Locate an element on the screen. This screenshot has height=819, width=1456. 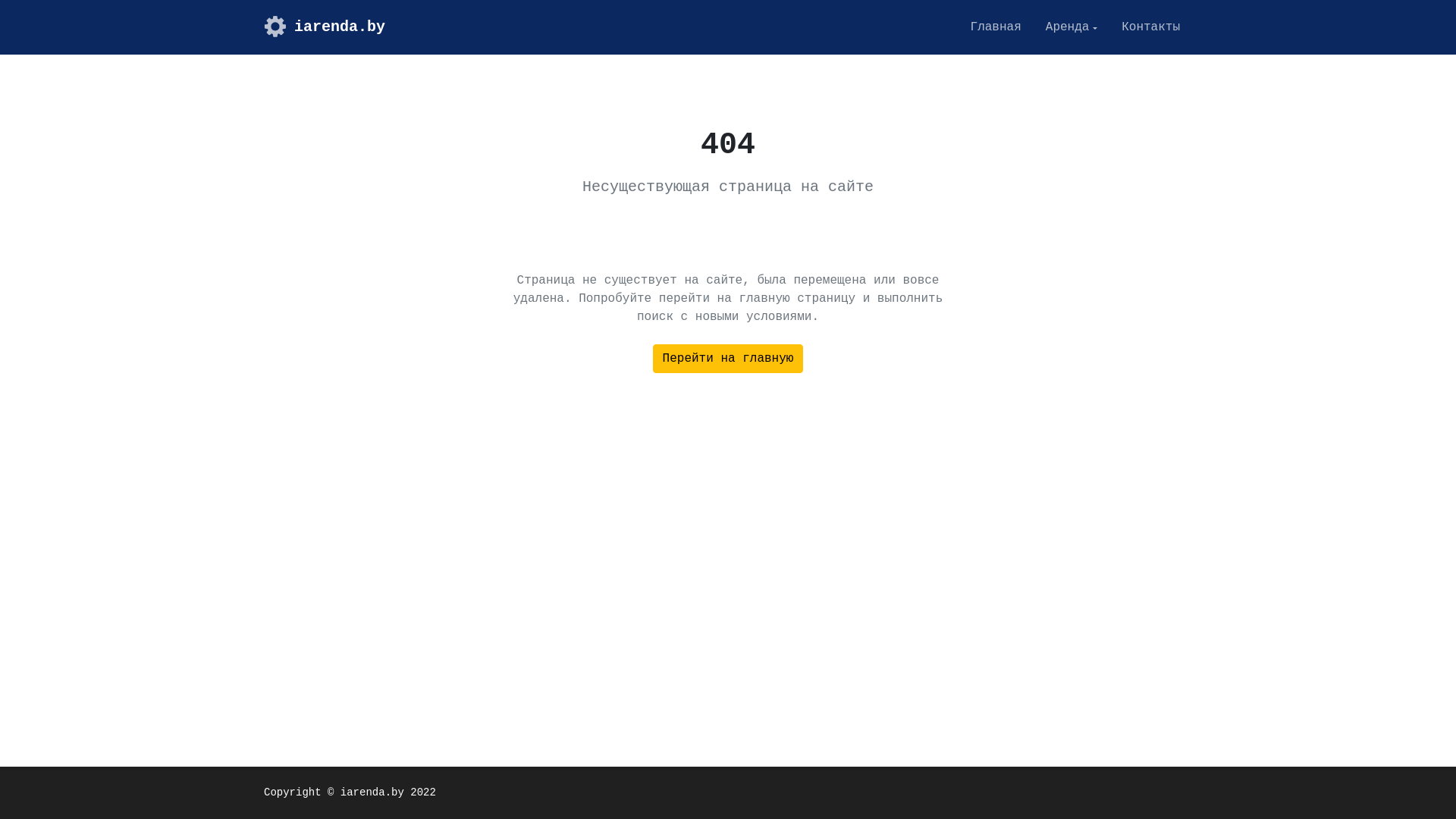
'iarenda.by' is located at coordinates (323, 27).